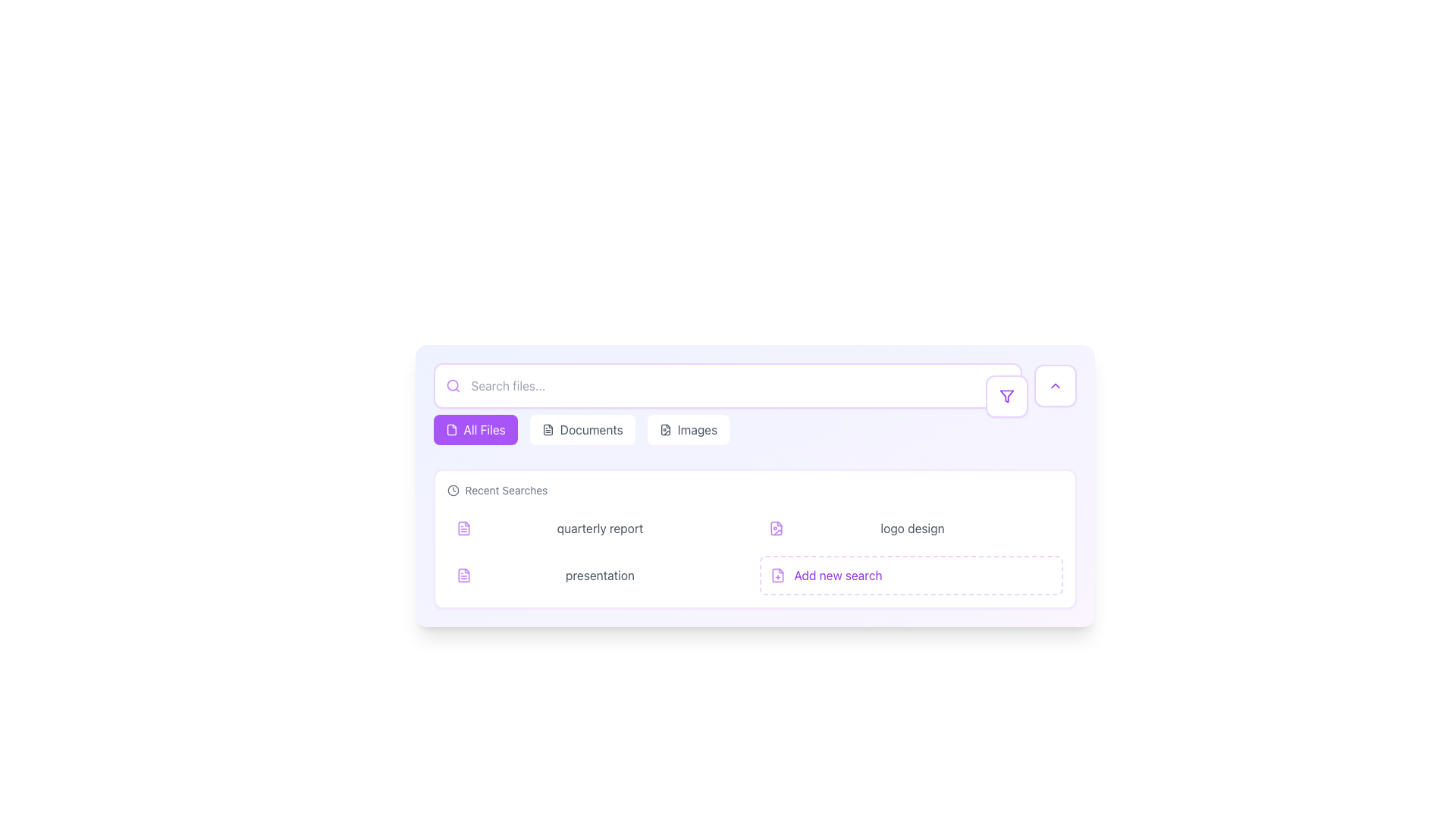 The width and height of the screenshot is (1456, 819). I want to click on the static text label displaying 'logo design', located in the bottom-right section of the interface, positioned between a purple icon and a gray 'close' icon, so click(912, 528).